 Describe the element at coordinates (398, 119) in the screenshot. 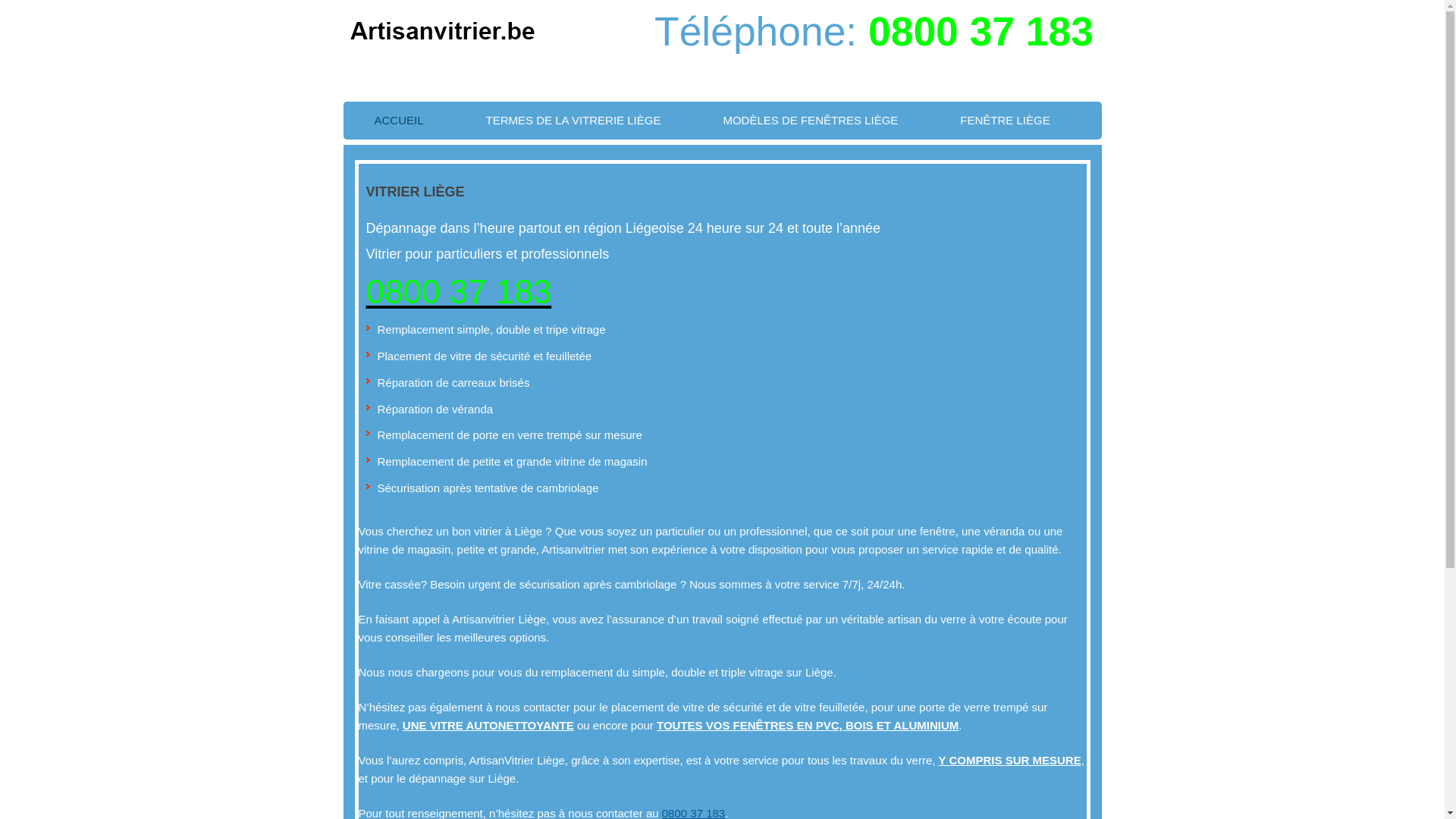

I see `'ACCUEIL'` at that location.